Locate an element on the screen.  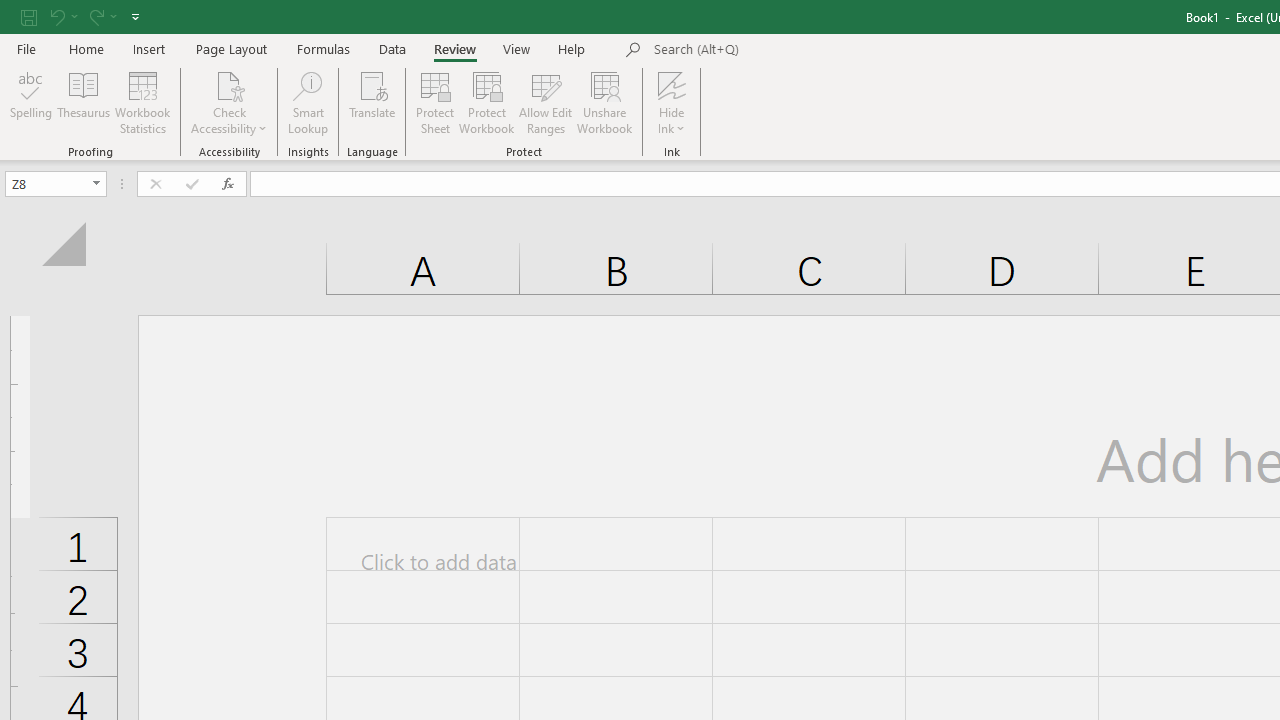
'System' is located at coordinates (10, 11).